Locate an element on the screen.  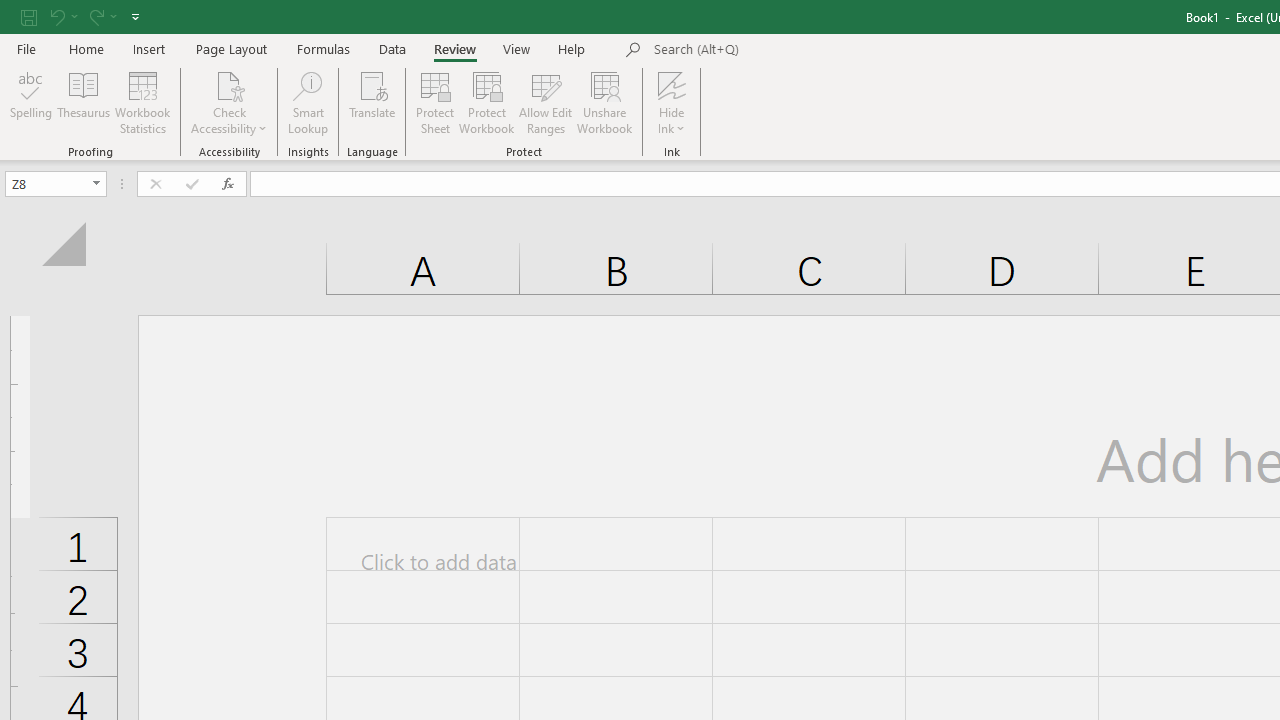
'System' is located at coordinates (10, 11).